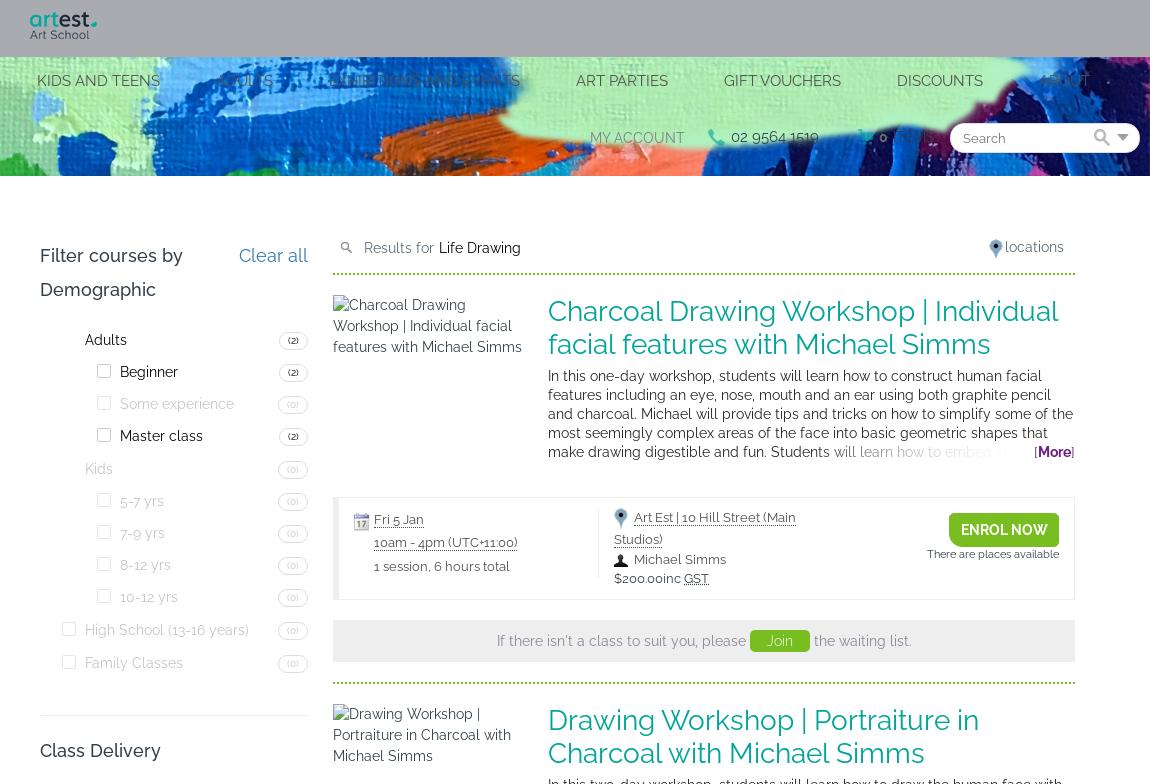 Image resolution: width=1150 pixels, height=784 pixels. What do you see at coordinates (97, 80) in the screenshot?
I see `'Kids and Teens'` at bounding box center [97, 80].